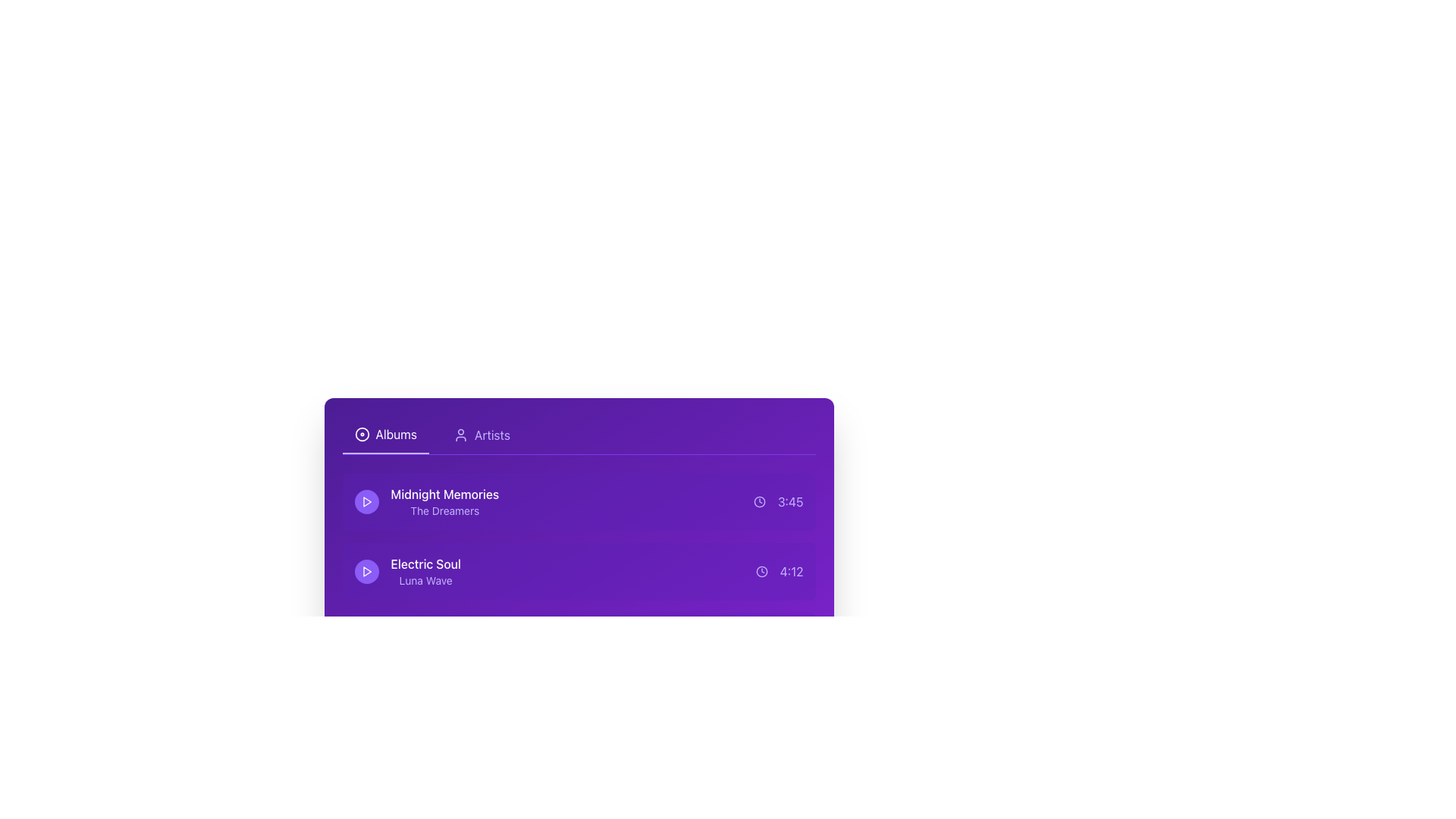 The height and width of the screenshot is (819, 1456). I want to click on the Duration display element, which is the last component in the horizontal arrangement of the first track in the playlist, positioned at the far right of the row, so click(778, 502).